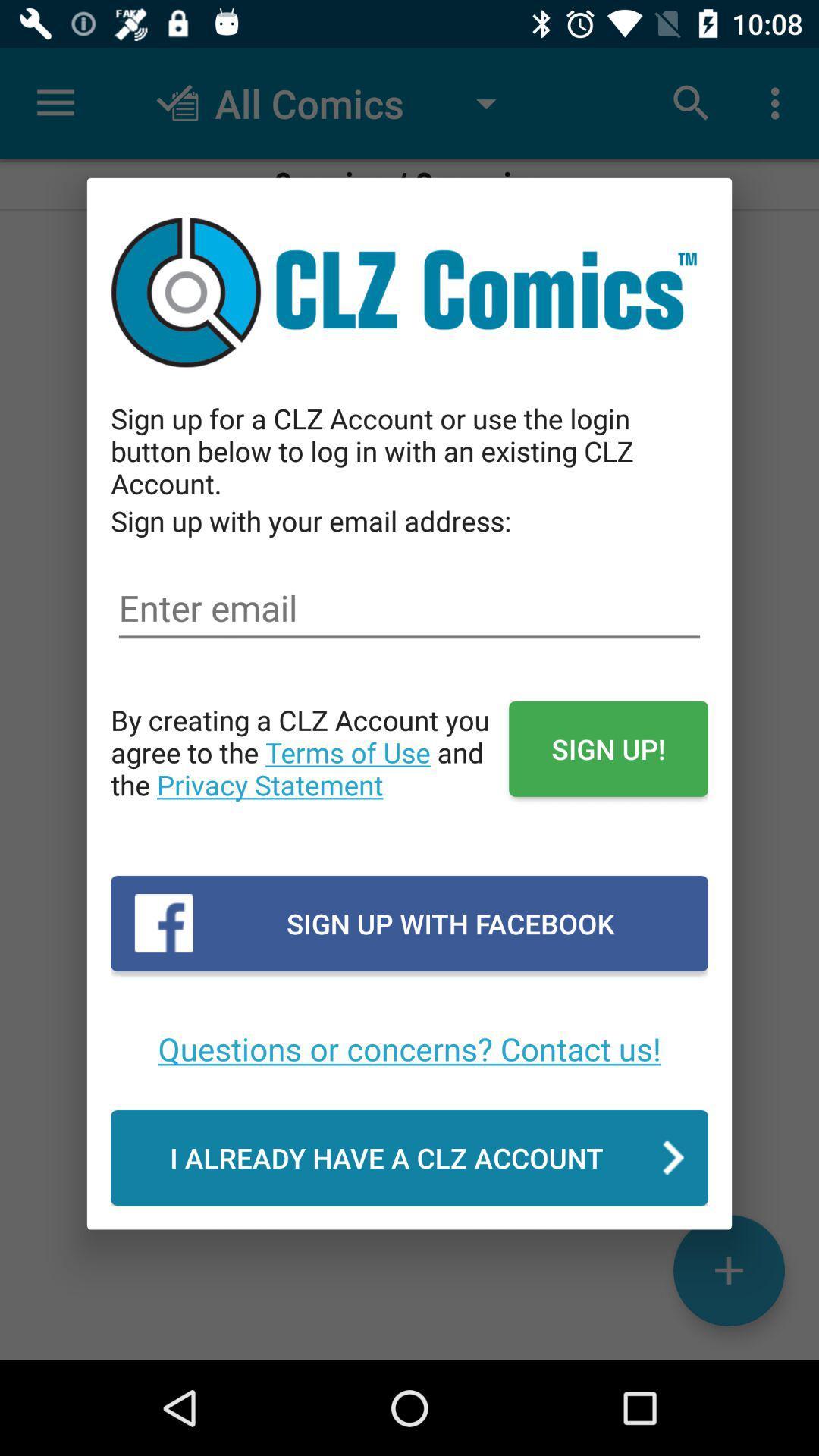  What do you see at coordinates (409, 608) in the screenshot?
I see `the icon above by creating a` at bounding box center [409, 608].